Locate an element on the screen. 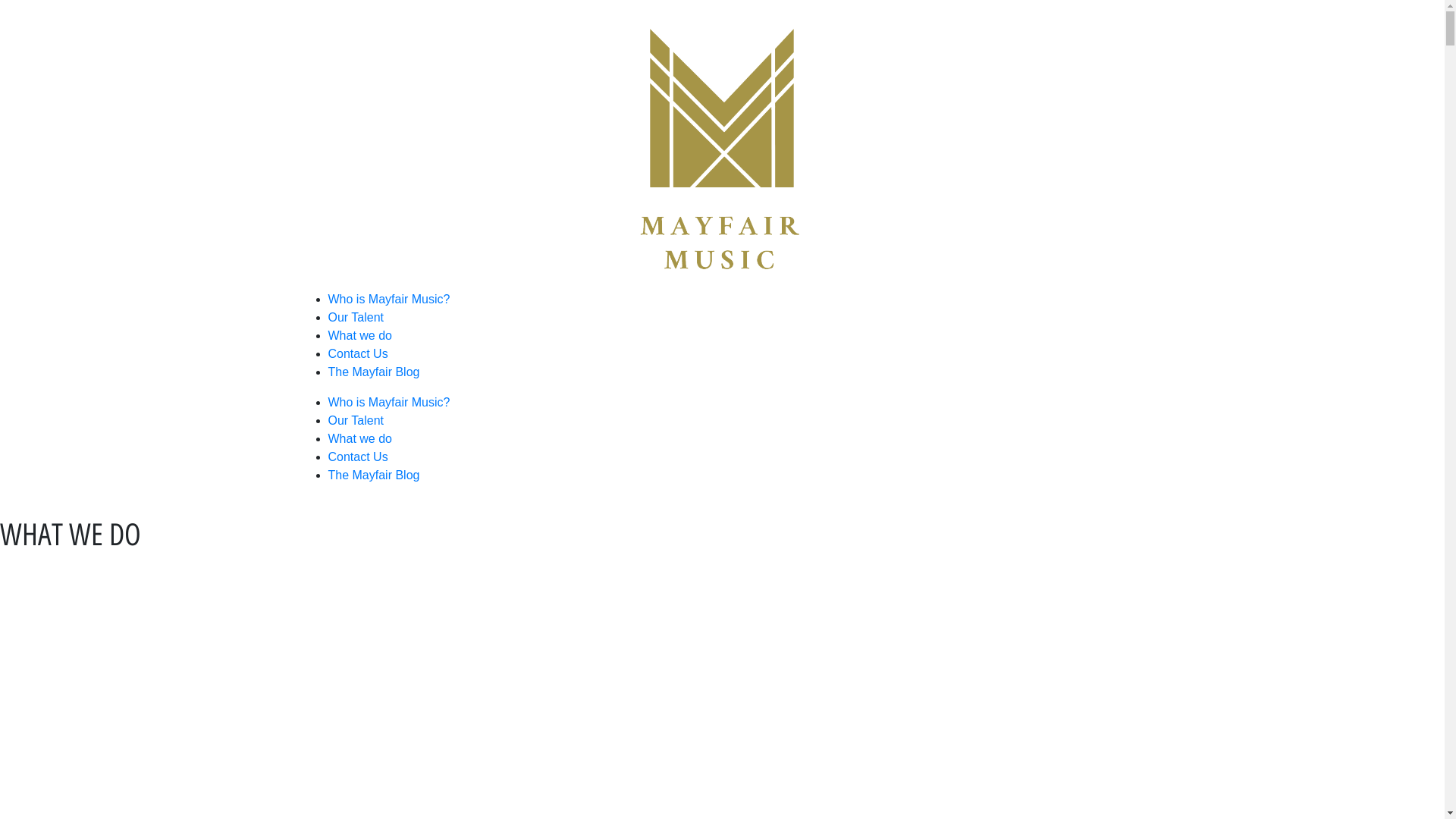 The height and width of the screenshot is (819, 1456). 'Contact Us' is located at coordinates (327, 456).